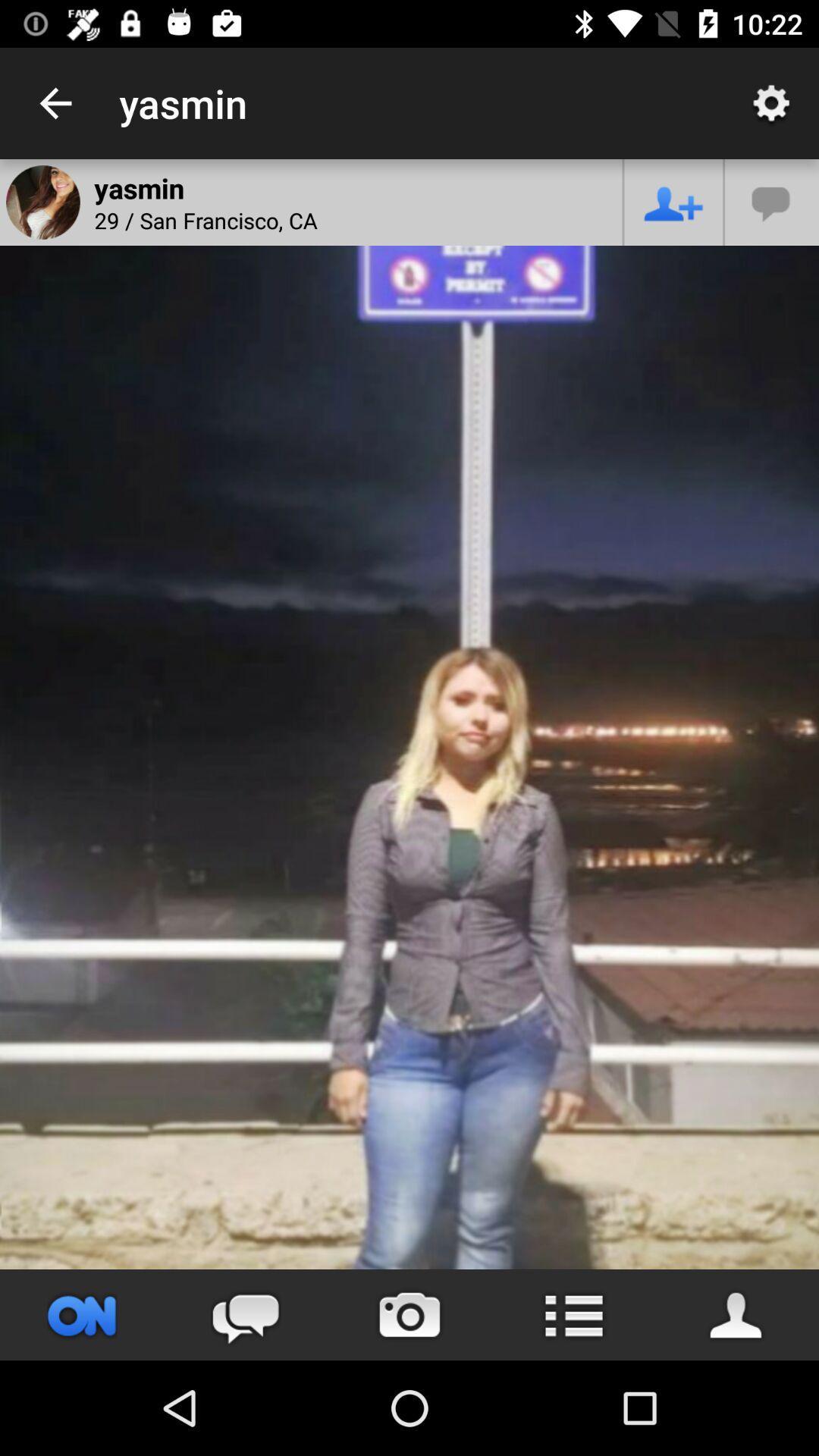  What do you see at coordinates (55, 102) in the screenshot?
I see `item to the left of the yasmin app` at bounding box center [55, 102].